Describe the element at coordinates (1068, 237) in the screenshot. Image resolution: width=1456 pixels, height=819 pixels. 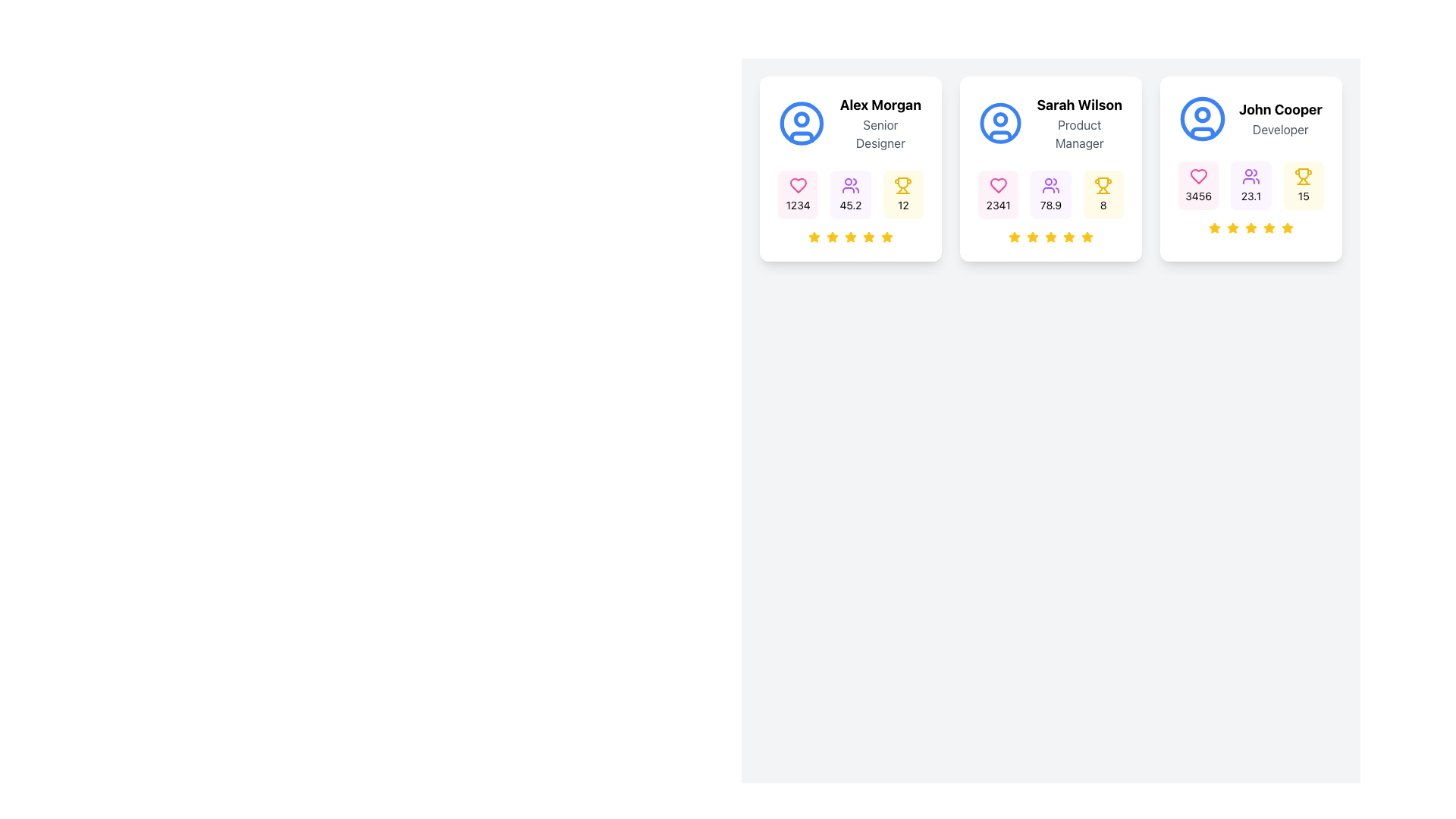
I see `the sixth yellow star icon in the rating system below the profile card of 'Sarah Wilson - Product Manager' using a touch interface` at that location.